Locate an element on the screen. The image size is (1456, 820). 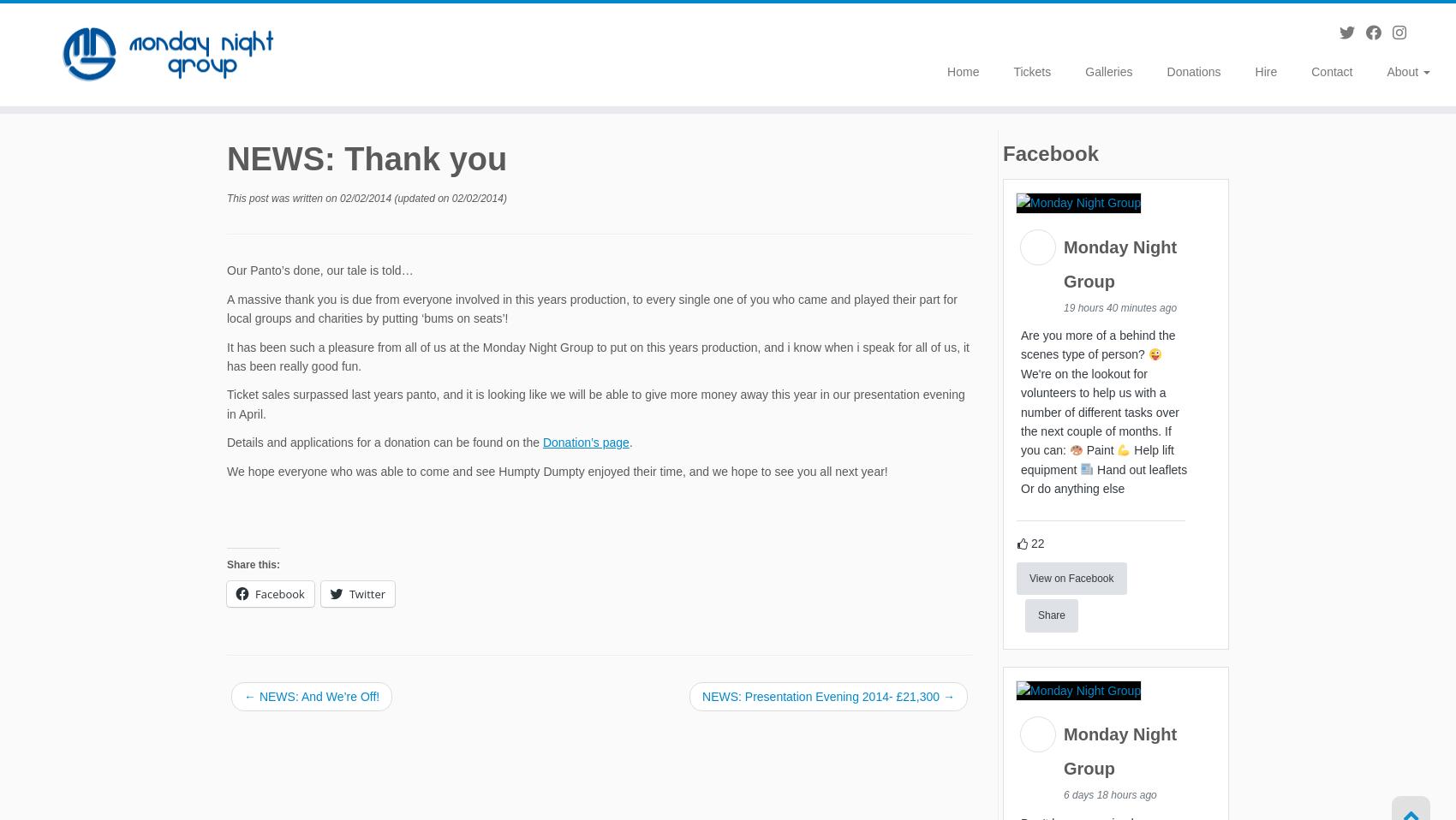
'6 days 18 hours ago' is located at coordinates (1110, 798).